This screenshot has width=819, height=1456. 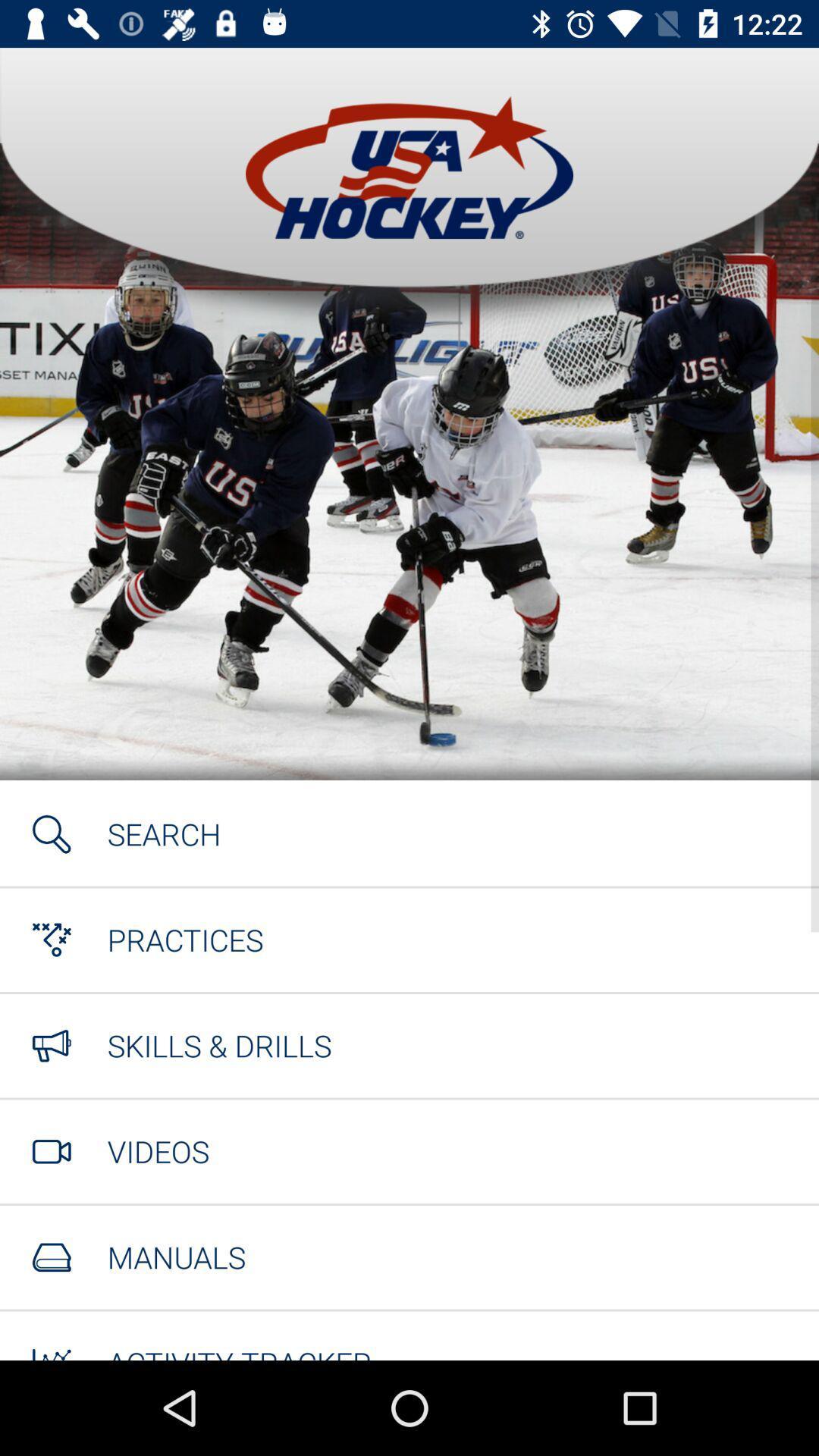 I want to click on icon above activity tracker, so click(x=175, y=1257).